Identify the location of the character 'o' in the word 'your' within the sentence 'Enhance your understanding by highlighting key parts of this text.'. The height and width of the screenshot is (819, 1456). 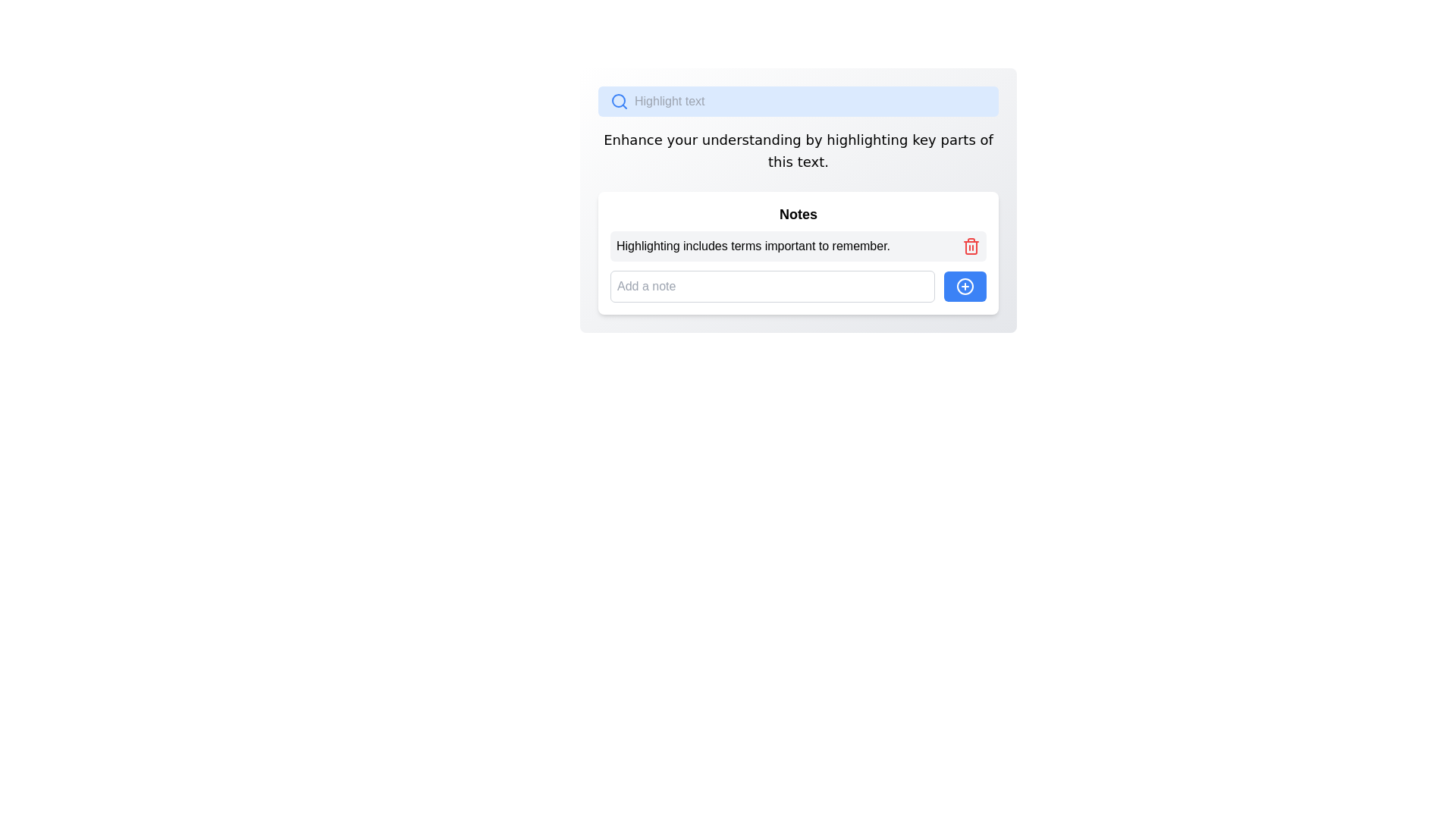
(678, 140).